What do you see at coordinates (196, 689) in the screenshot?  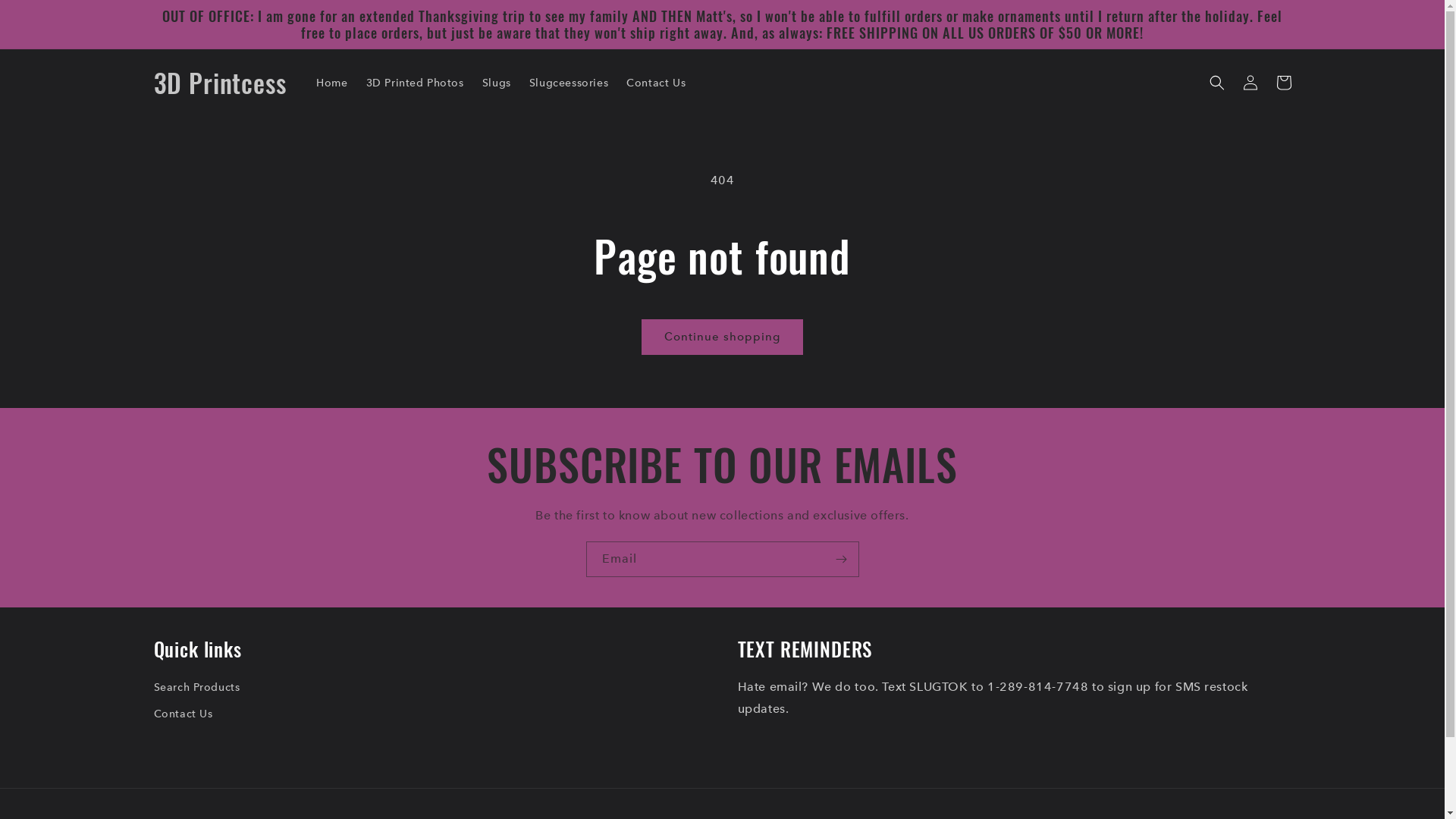 I see `'Search Products'` at bounding box center [196, 689].